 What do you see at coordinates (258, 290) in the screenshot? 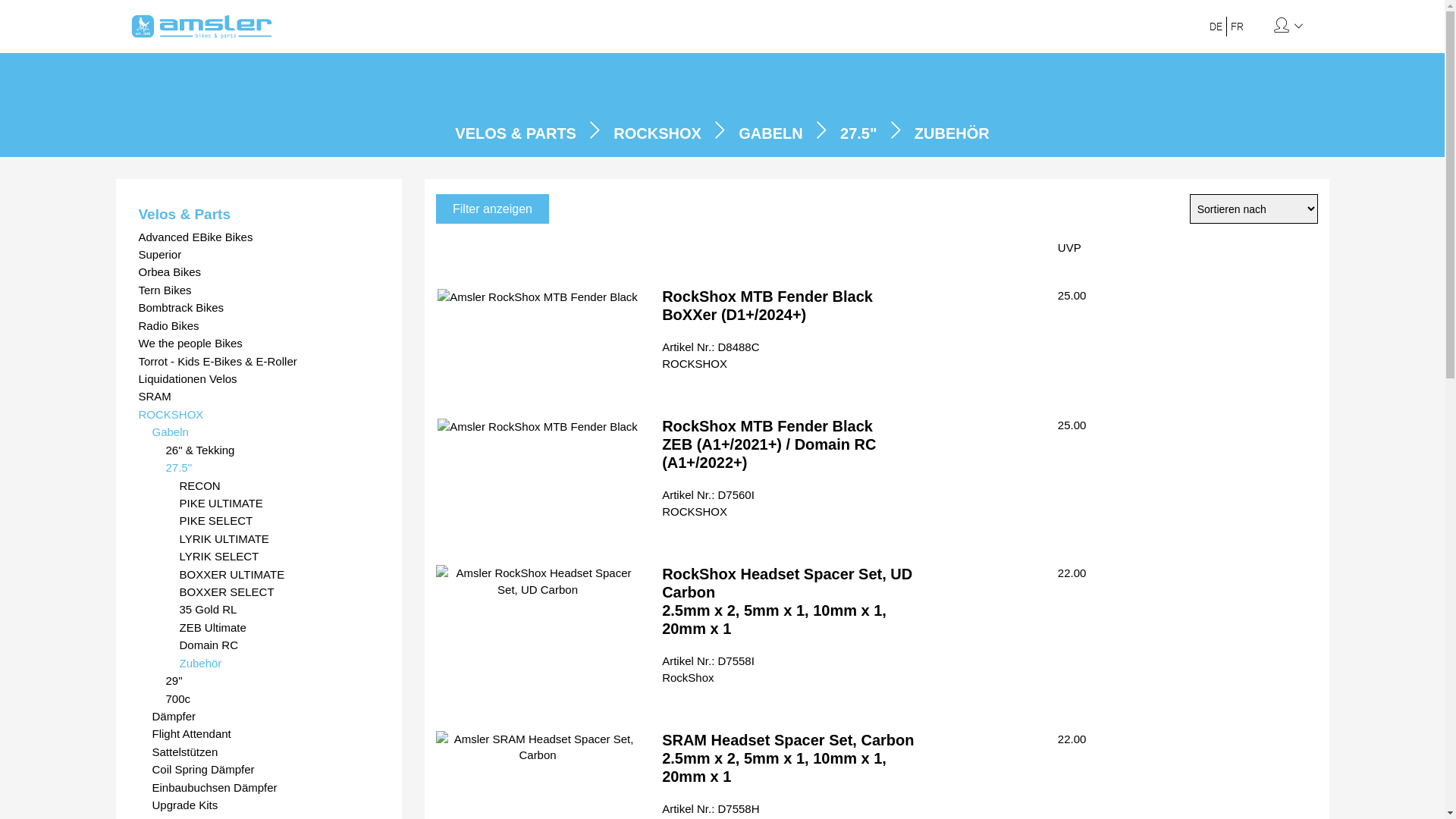
I see `'Tern Bikes'` at bounding box center [258, 290].